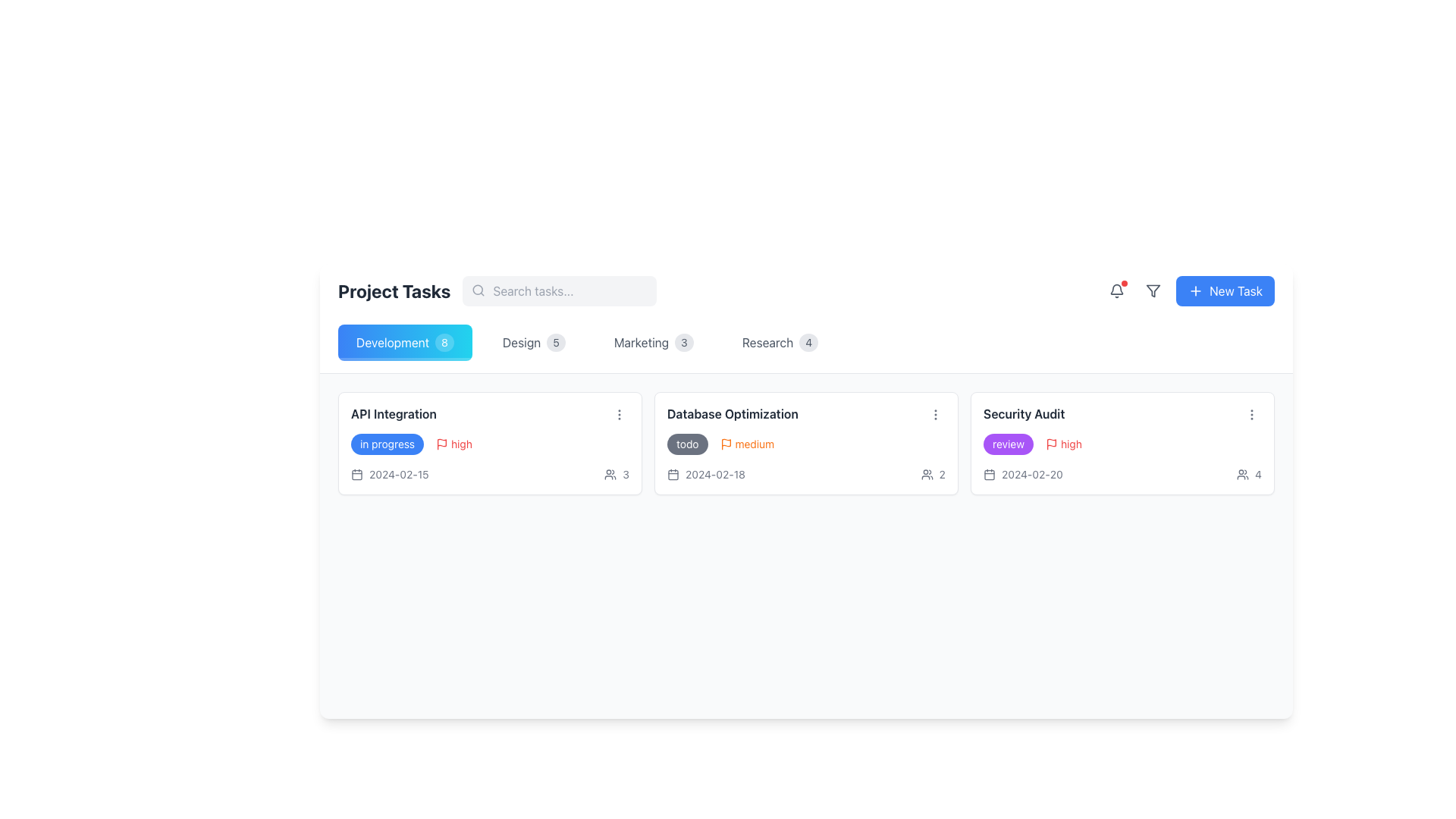 This screenshot has width=1456, height=819. I want to click on the notification bell icon, which is a light gray bell-shaped icon located in the top-right corner of the interface, so click(1117, 291).